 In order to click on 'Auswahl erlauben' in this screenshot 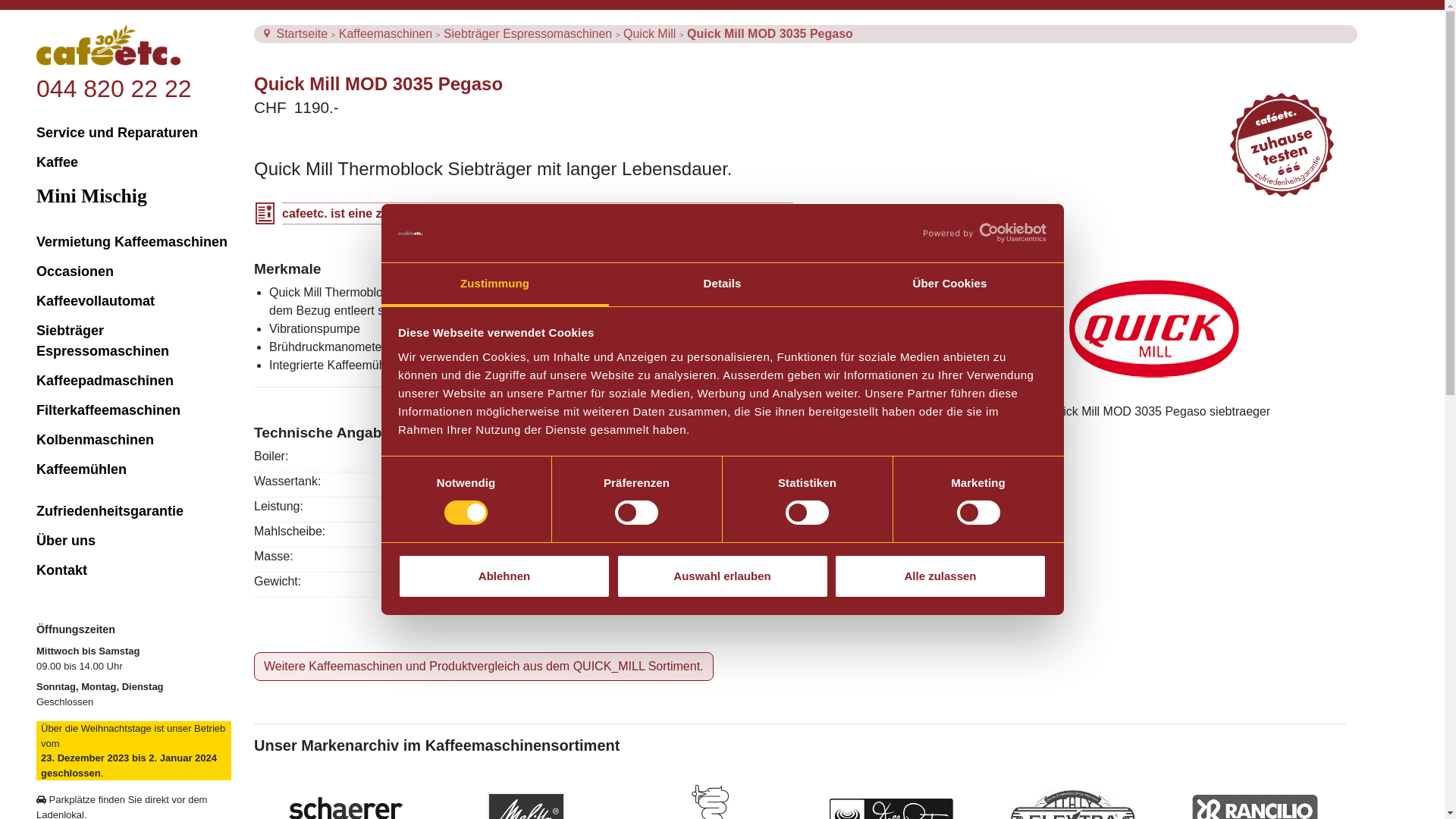, I will do `click(720, 576)`.